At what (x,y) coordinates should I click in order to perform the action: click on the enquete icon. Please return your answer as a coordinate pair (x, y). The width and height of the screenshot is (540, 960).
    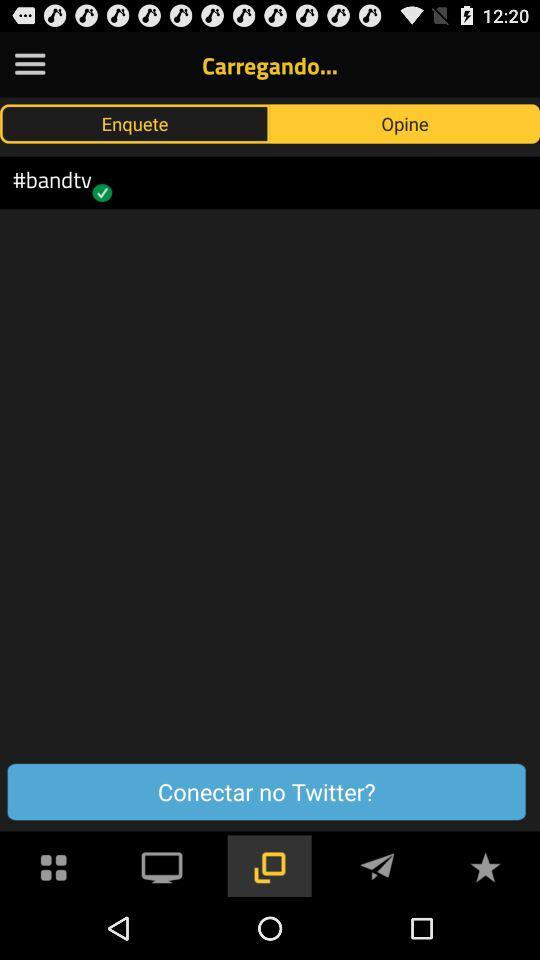
    Looking at the image, I should click on (135, 122).